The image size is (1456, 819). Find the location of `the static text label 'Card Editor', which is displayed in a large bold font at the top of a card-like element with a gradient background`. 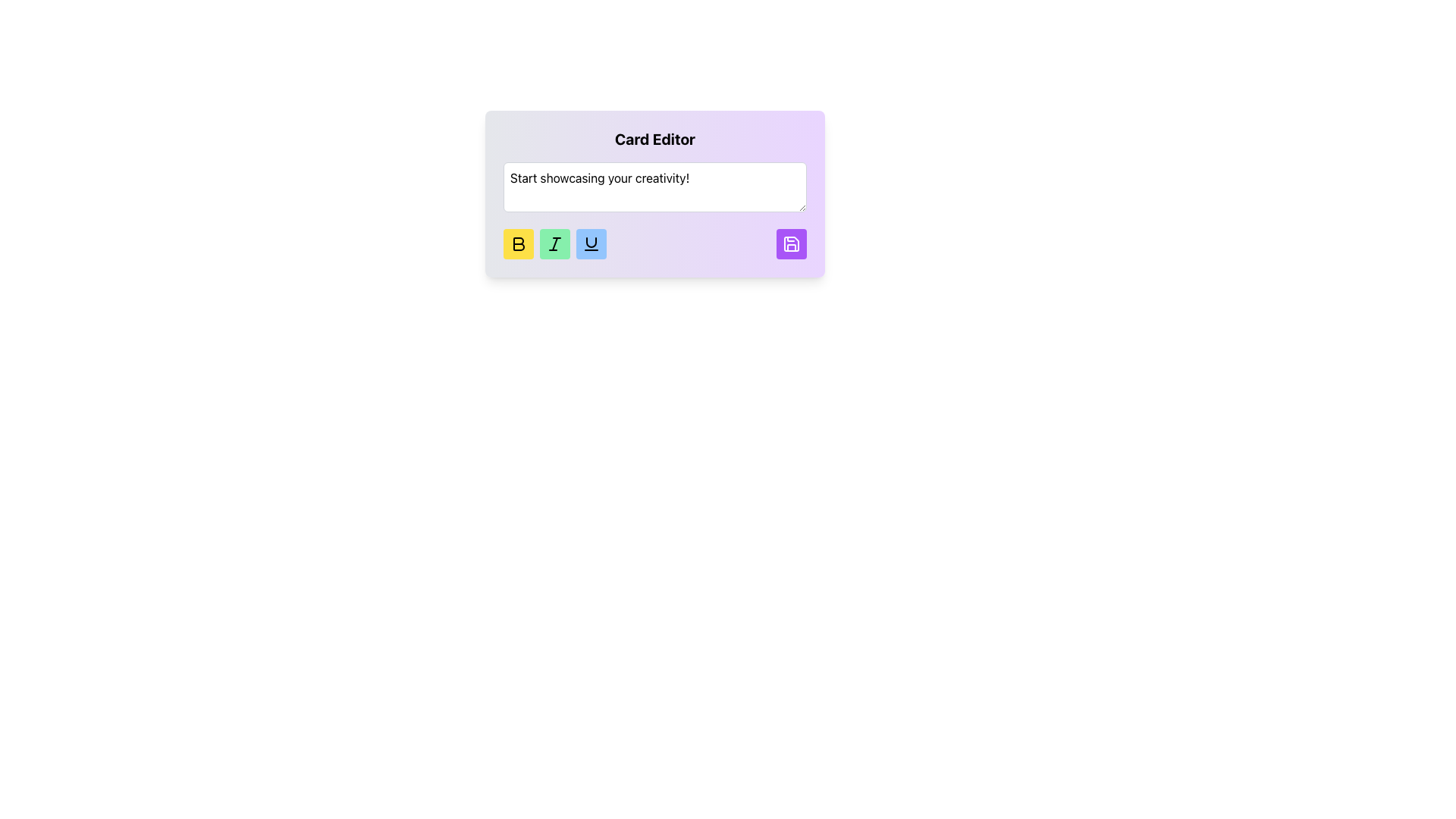

the static text label 'Card Editor', which is displayed in a large bold font at the top of a card-like element with a gradient background is located at coordinates (655, 140).